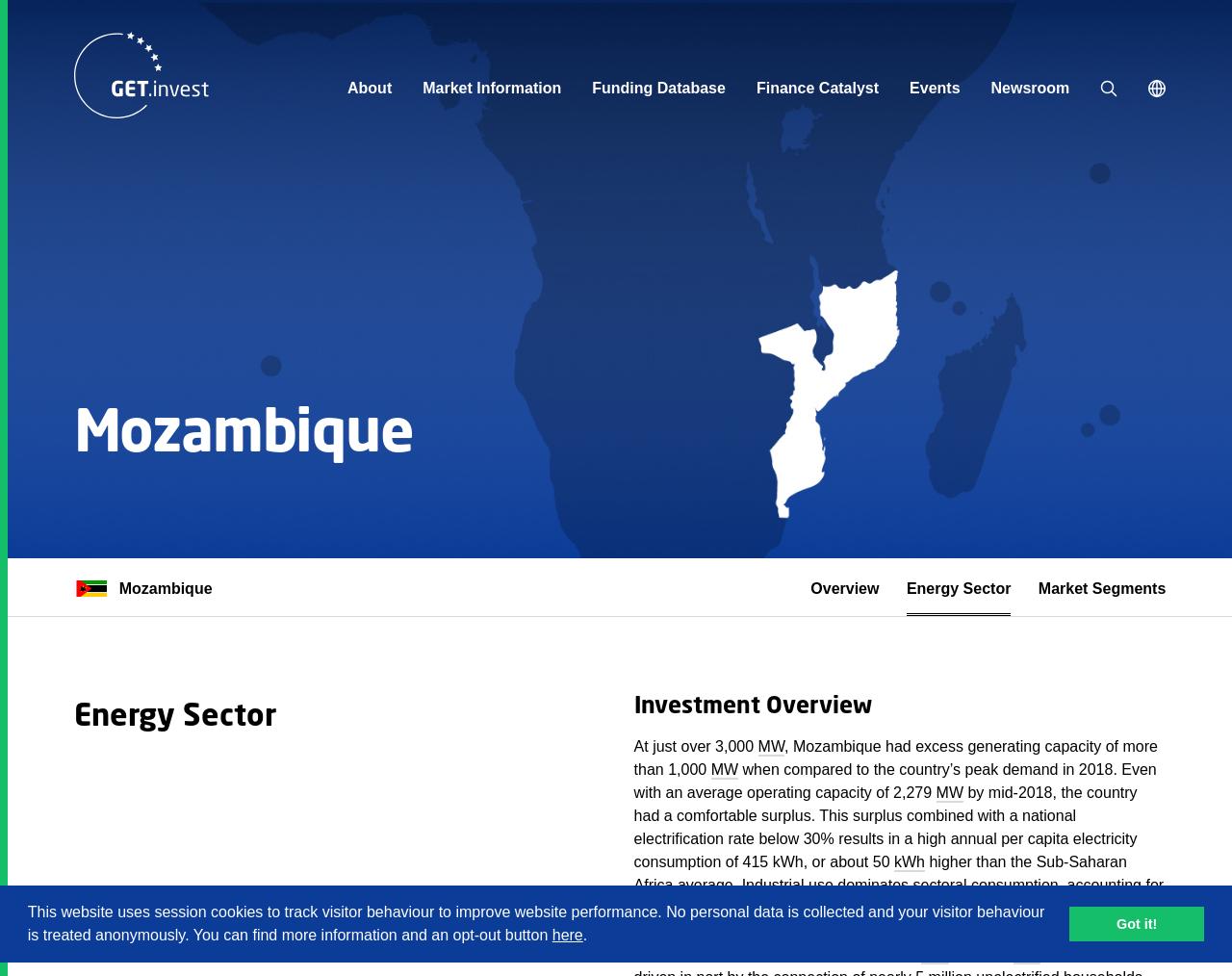 The width and height of the screenshot is (1232, 976). Describe the element at coordinates (1137, 923) in the screenshot. I see `'Got it!'` at that location.